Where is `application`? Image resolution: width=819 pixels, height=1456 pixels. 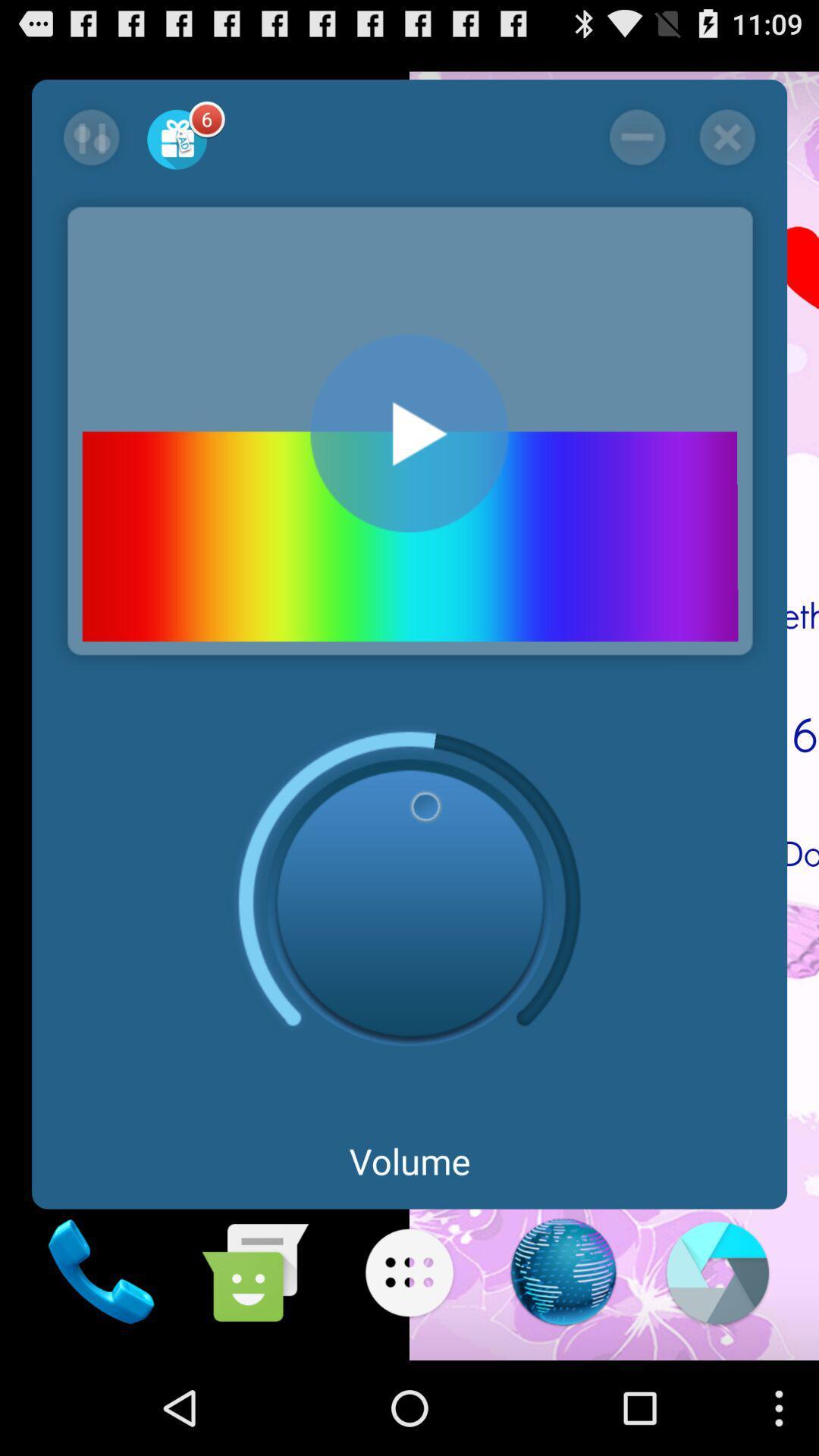
application is located at coordinates (726, 137).